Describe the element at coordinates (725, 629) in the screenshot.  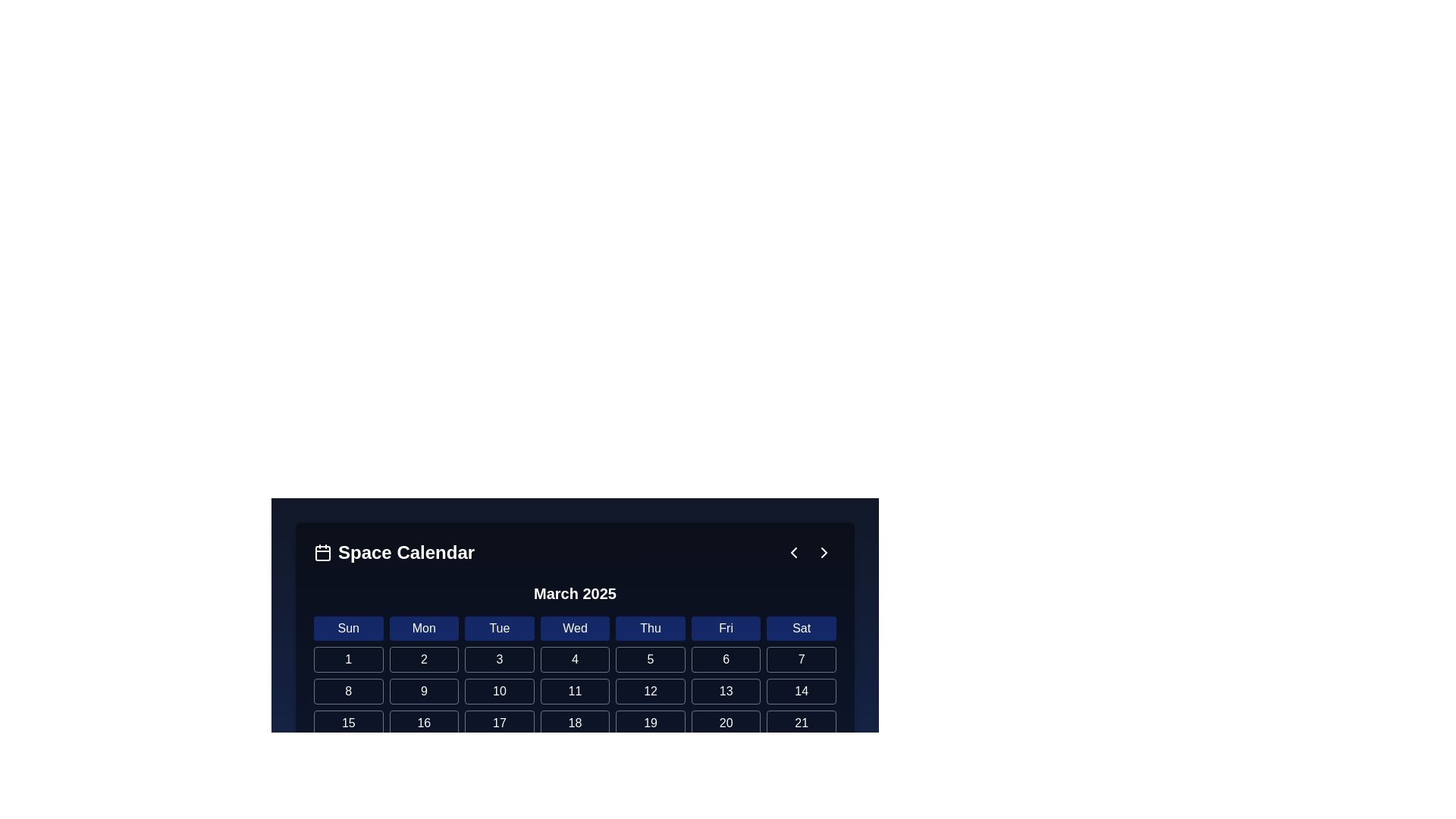
I see `the button representing Friday in the calendar module, which is the sixth button in a seven-column grid at the topmost row` at that location.